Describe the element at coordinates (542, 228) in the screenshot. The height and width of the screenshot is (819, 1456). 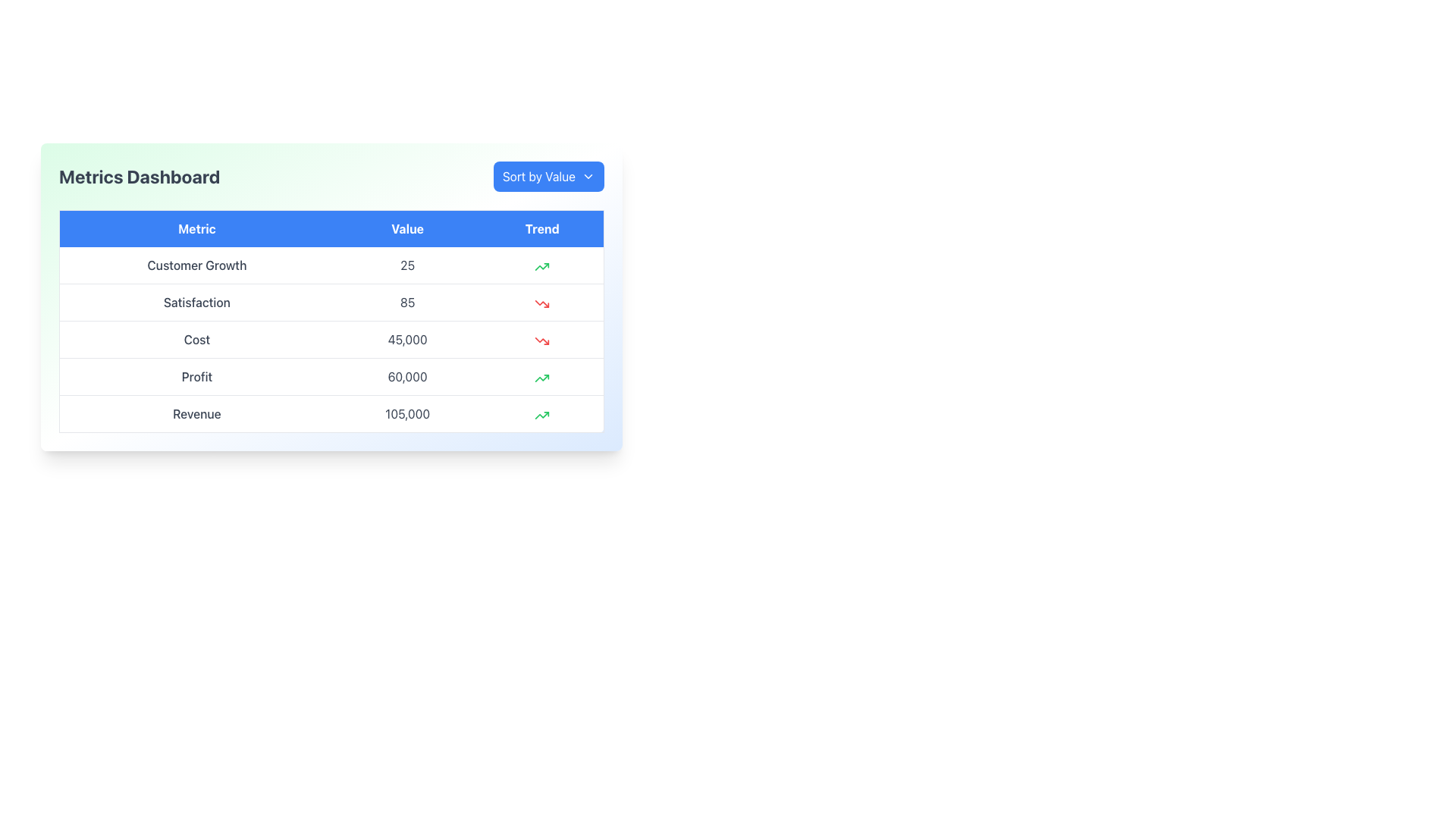
I see `the label with a blue background containing the white text 'Trend' in bold, which is the third item in the header row of a table within a metrics dashboard interface` at that location.